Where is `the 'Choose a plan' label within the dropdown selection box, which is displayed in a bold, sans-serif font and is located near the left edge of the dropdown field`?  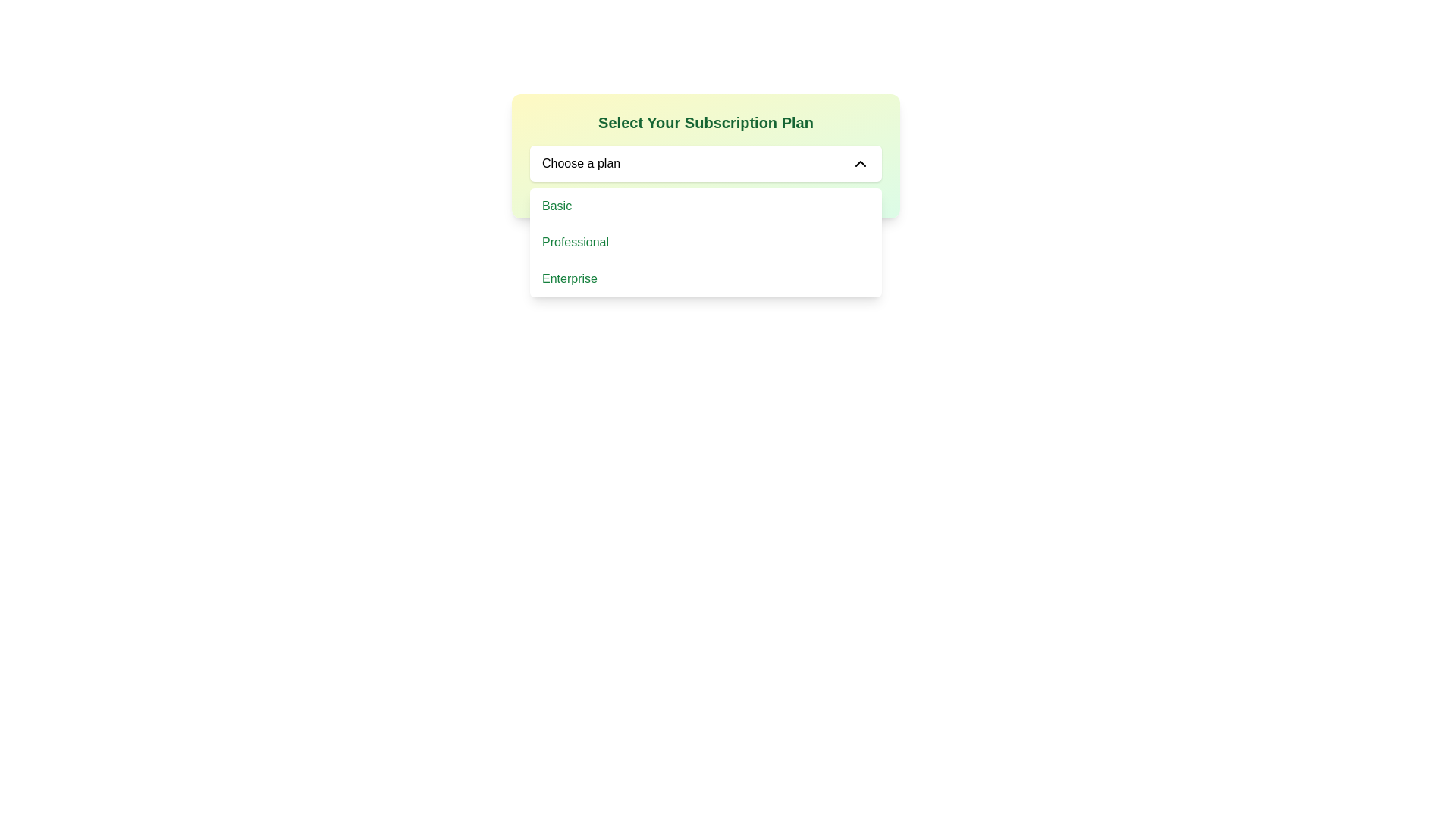 the 'Choose a plan' label within the dropdown selection box, which is displayed in a bold, sans-serif font and is located near the left edge of the dropdown field is located at coordinates (580, 164).